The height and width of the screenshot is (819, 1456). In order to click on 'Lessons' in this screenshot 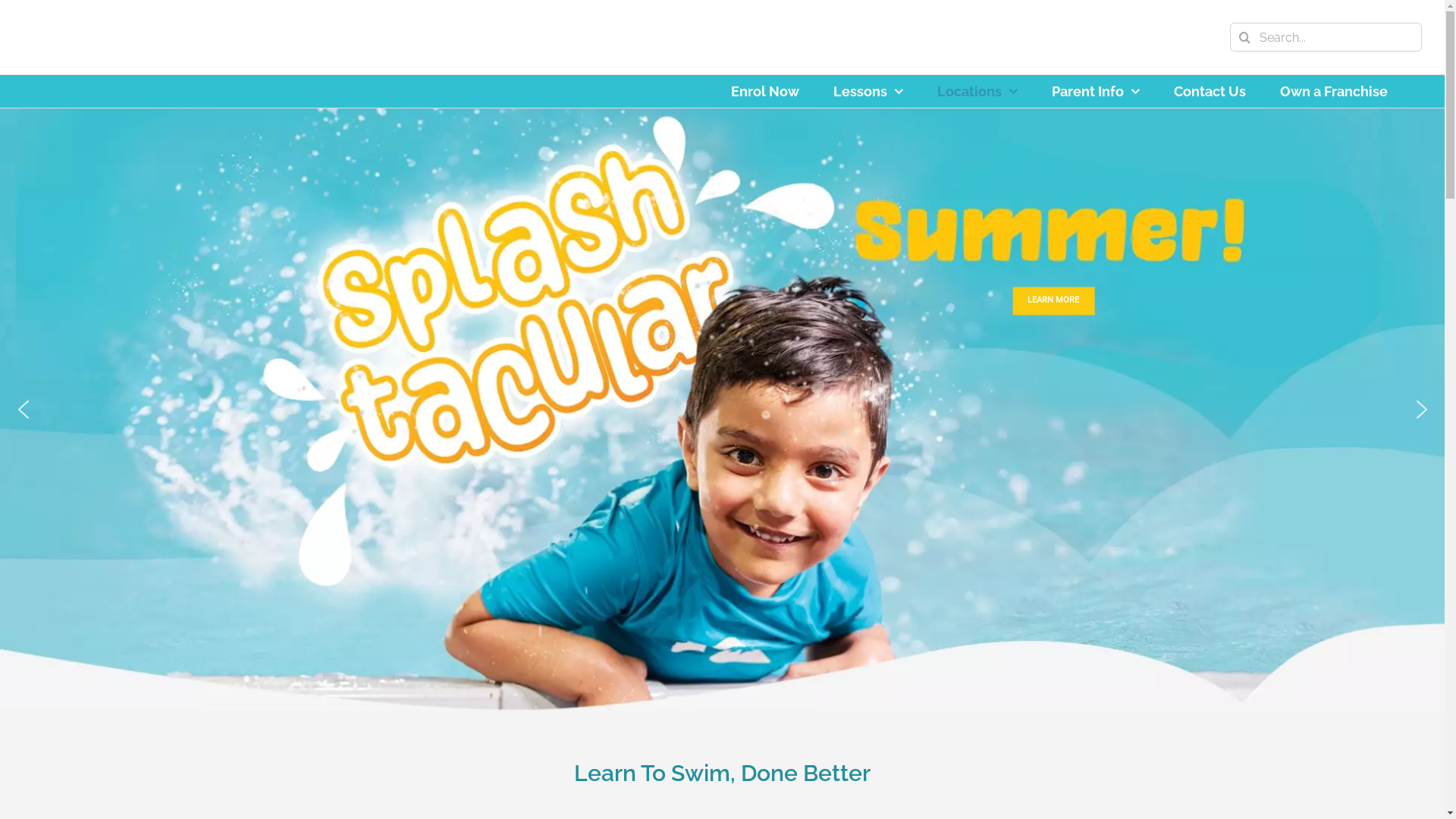, I will do `click(868, 91)`.